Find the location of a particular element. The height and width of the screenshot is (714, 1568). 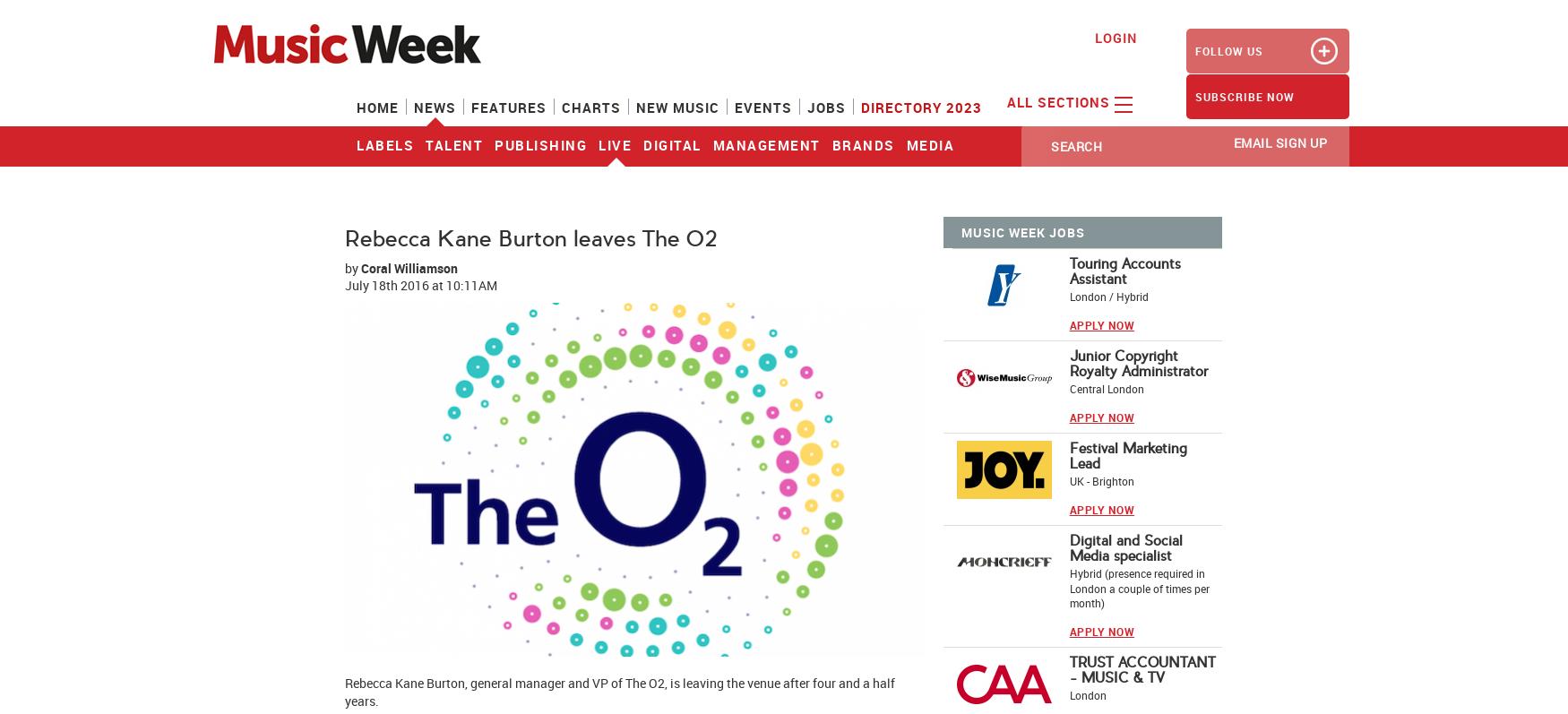

'TRUST ACCOUNTANT - MUSIC & TV' is located at coordinates (1141, 668).